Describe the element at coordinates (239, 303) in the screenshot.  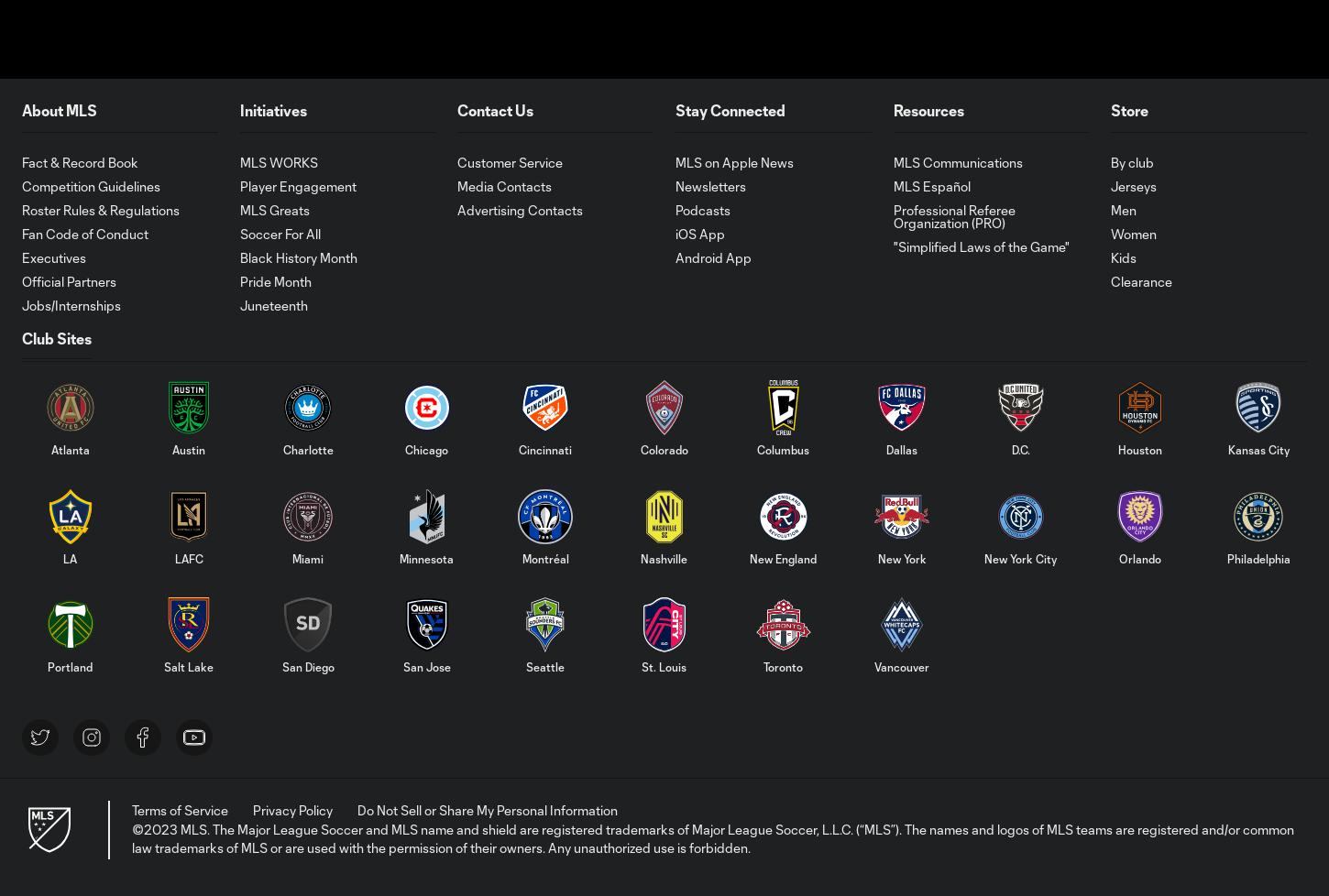
I see `'Juneteenth'` at that location.